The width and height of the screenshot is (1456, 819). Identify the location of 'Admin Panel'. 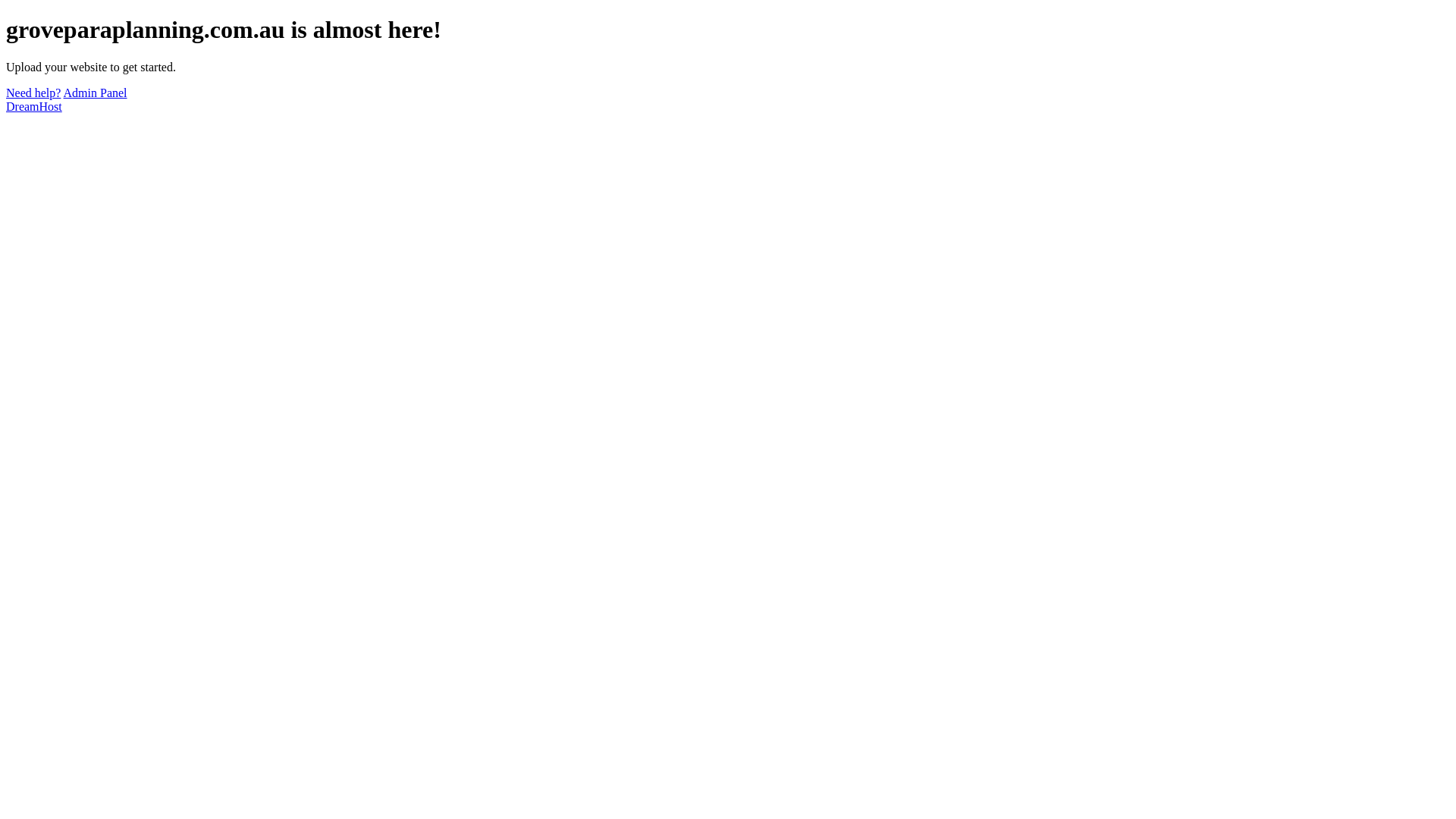
(94, 93).